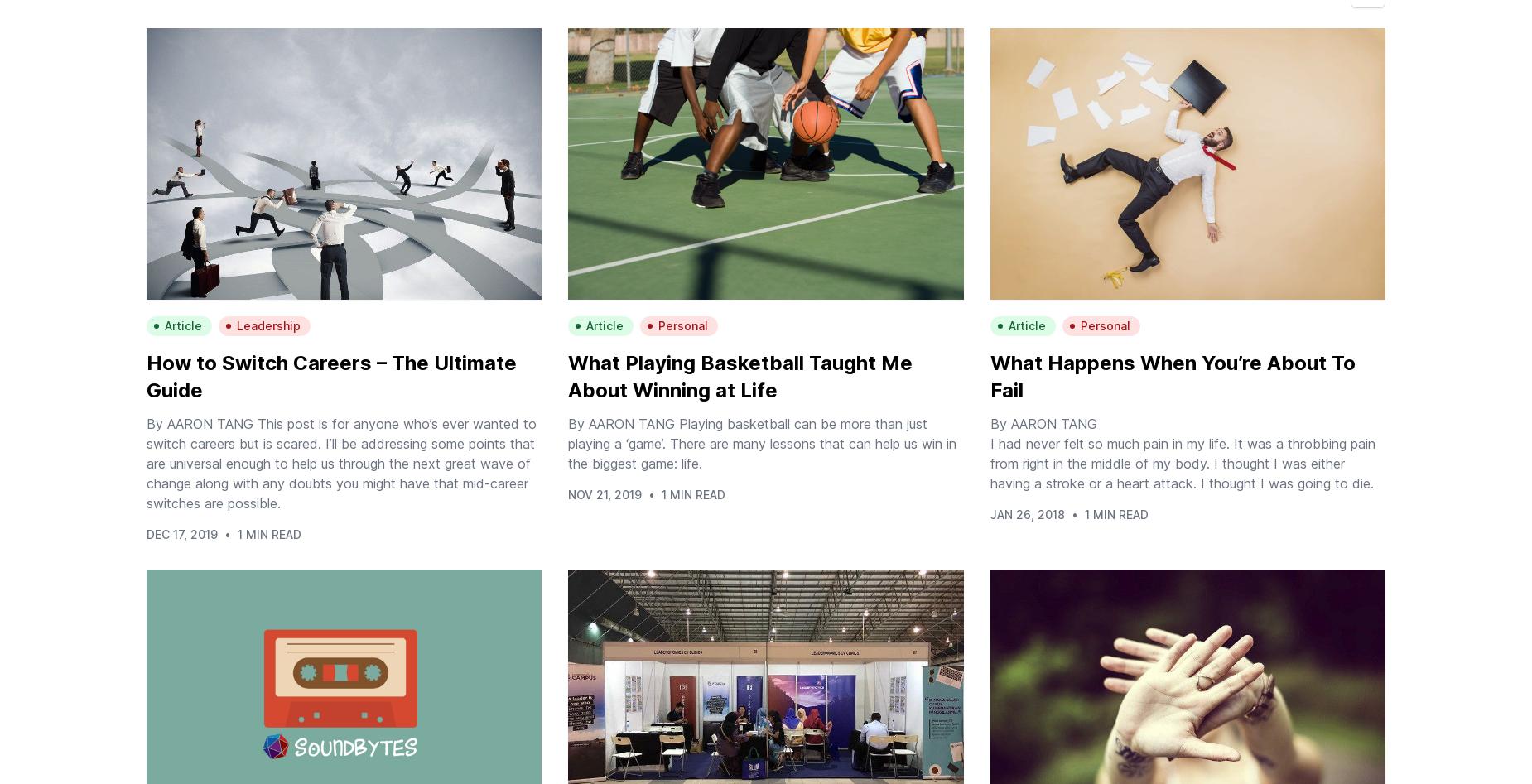 Image resolution: width=1532 pixels, height=784 pixels. What do you see at coordinates (762, 443) in the screenshot?
I see `'By AARON TANG Playing basketball can be more than just playing a ‘game’. There are many lessons that can help us win in the biggest game: life.'` at bounding box center [762, 443].